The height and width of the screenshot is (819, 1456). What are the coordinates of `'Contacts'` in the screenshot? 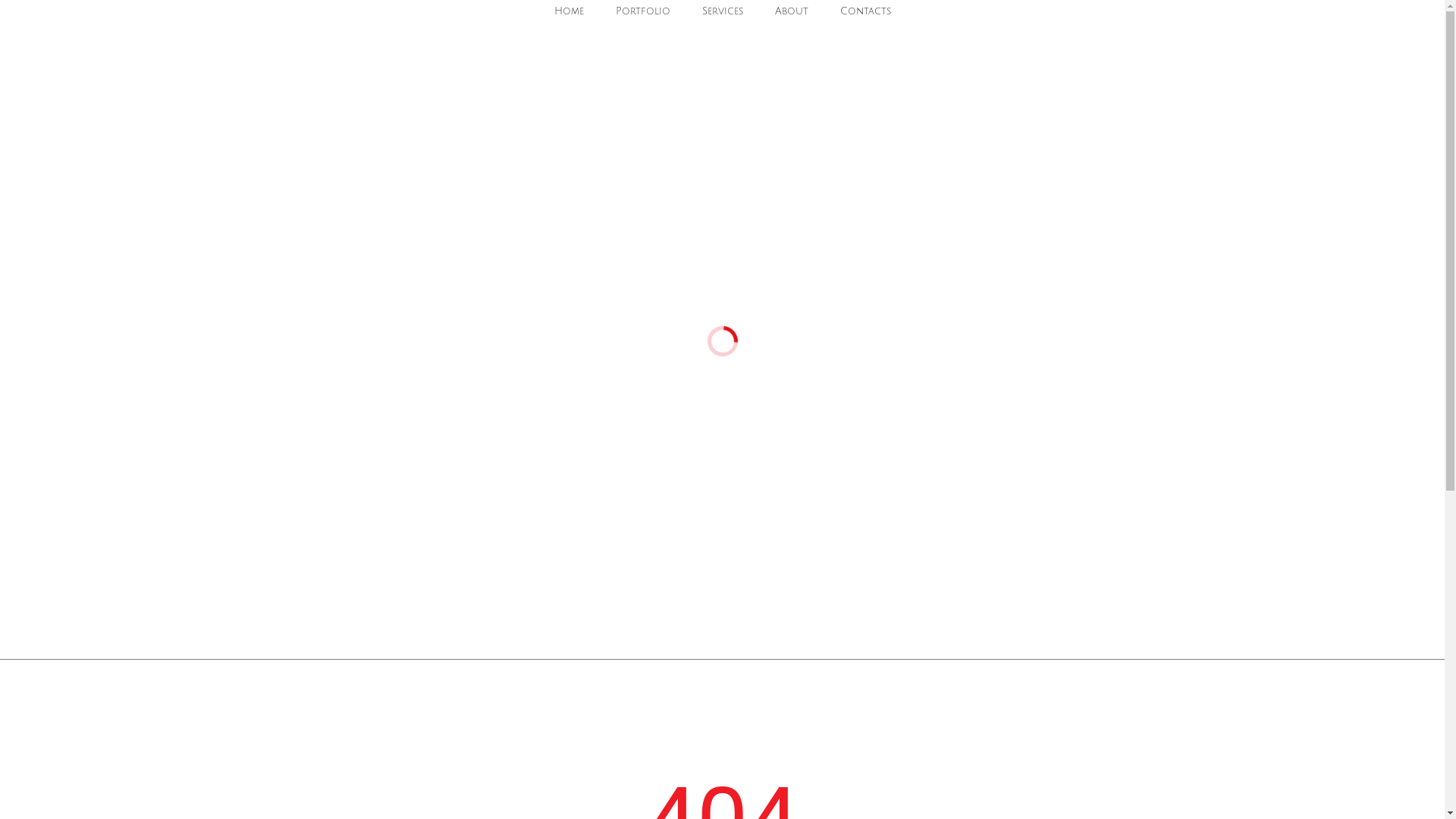 It's located at (865, 11).